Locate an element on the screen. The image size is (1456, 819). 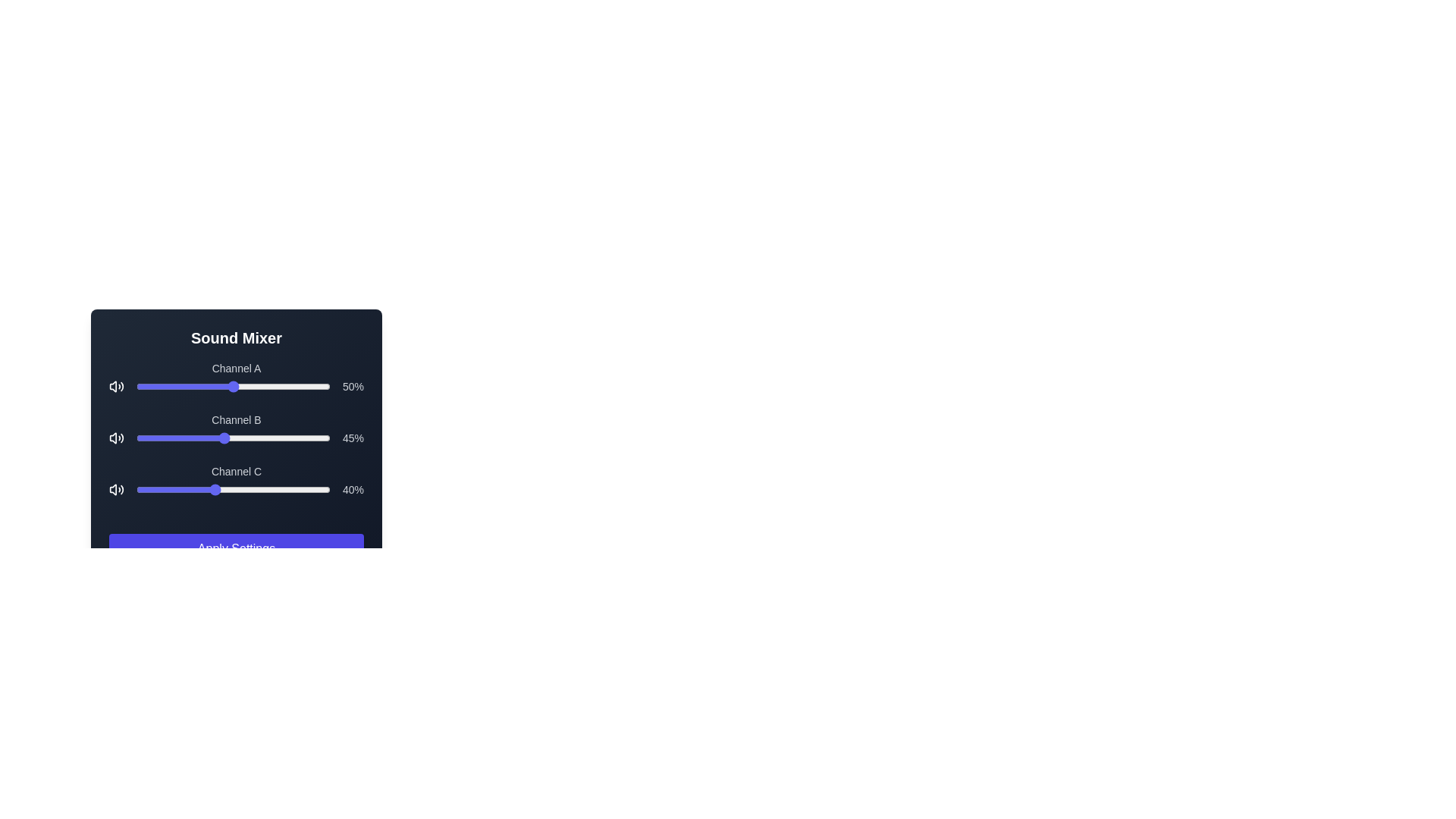
the Channel B volume is located at coordinates (197, 438).